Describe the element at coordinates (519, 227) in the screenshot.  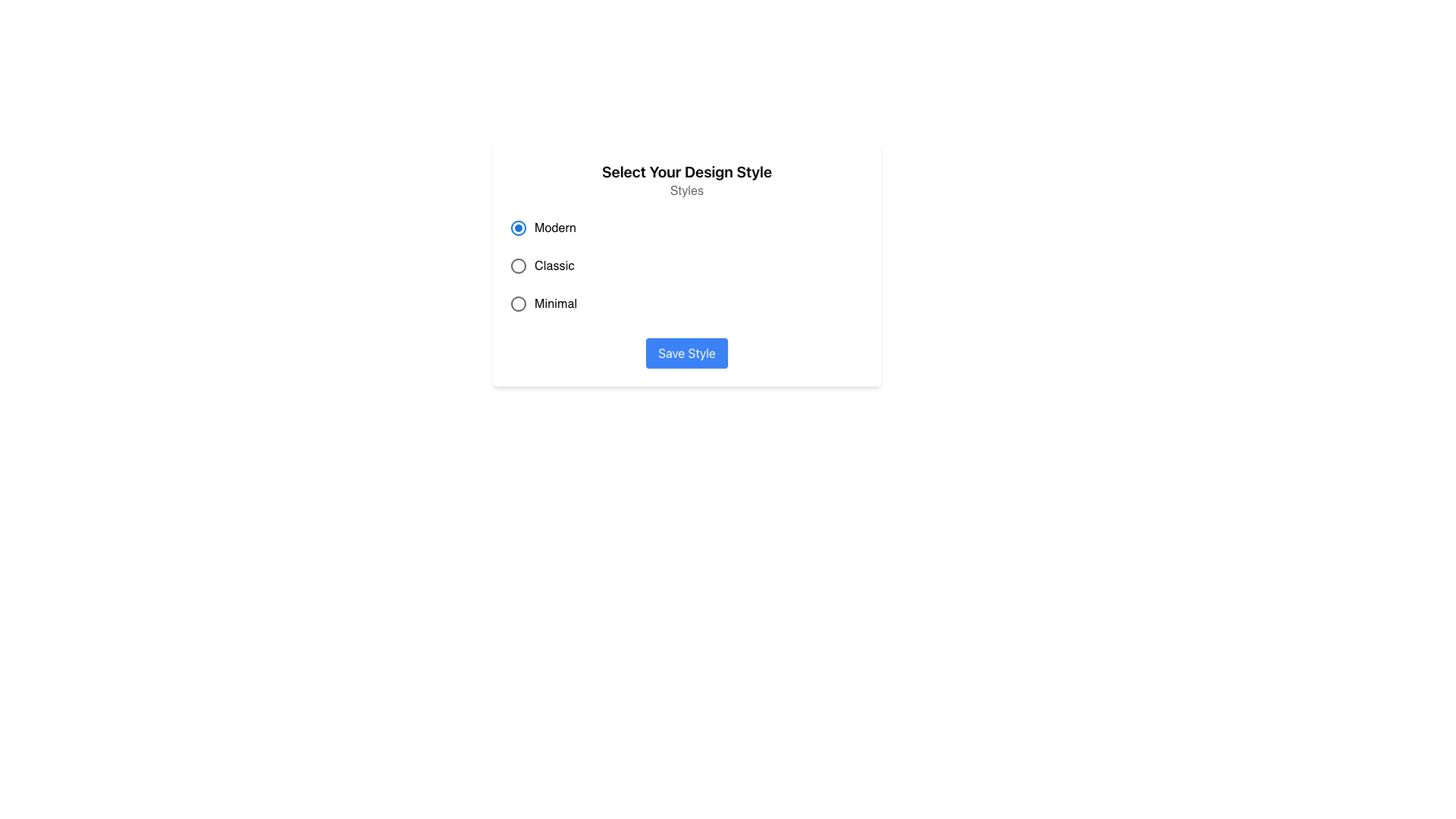
I see `the innermost circular layer of the first radio button in the group under the heading 'Select Your Design Style', which indicates it is chosen` at that location.